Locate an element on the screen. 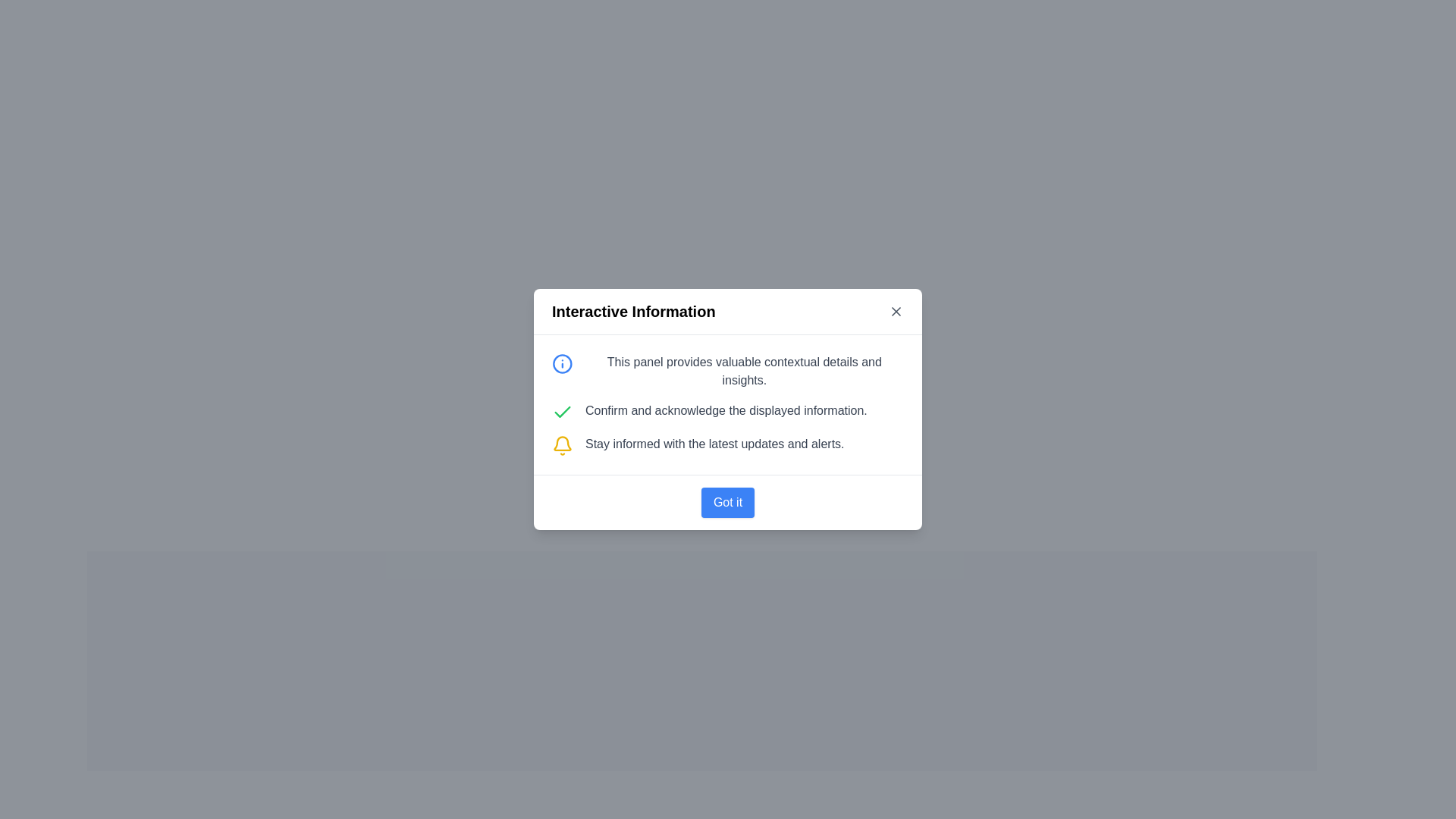  the blue button with rounded corners that has the text 'Got it' to confirm and close the dialog is located at coordinates (728, 503).